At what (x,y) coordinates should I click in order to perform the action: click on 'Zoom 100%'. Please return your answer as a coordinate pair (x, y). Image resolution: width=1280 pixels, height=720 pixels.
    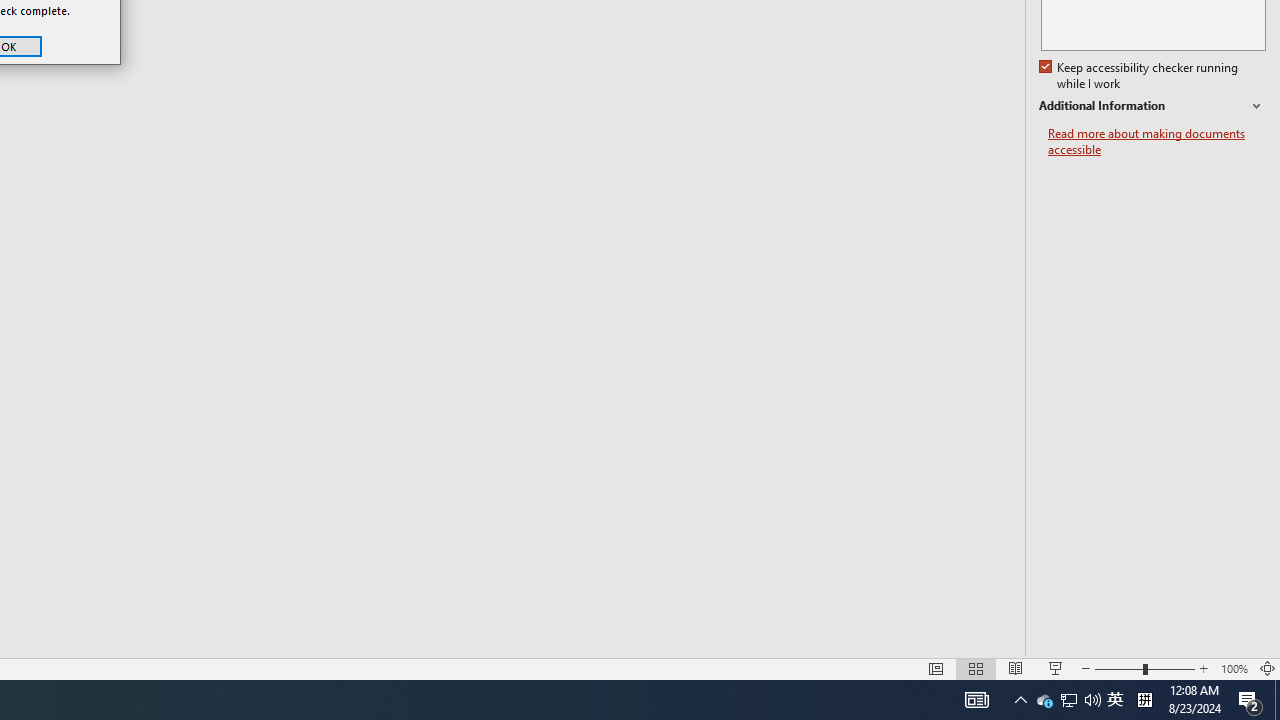
    Looking at the image, I should click on (1233, 669).